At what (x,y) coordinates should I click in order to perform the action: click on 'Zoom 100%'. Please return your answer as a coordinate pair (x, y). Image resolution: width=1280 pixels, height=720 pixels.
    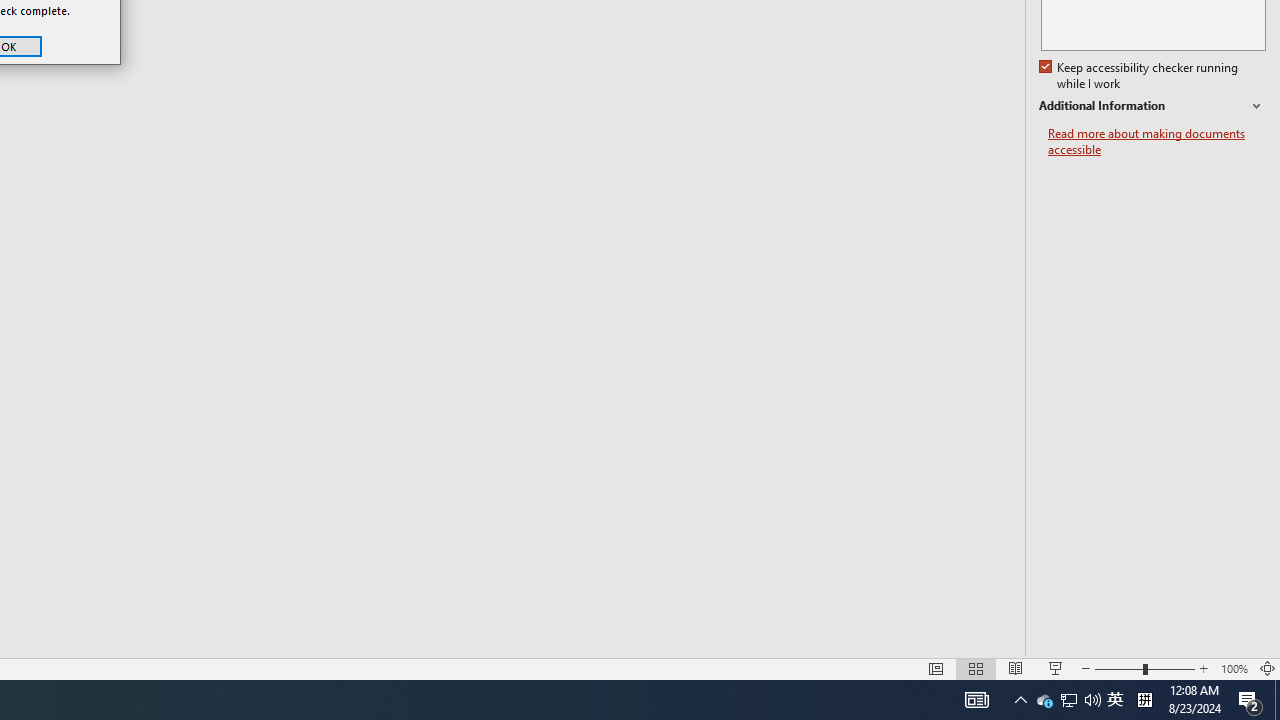
    Looking at the image, I should click on (1233, 669).